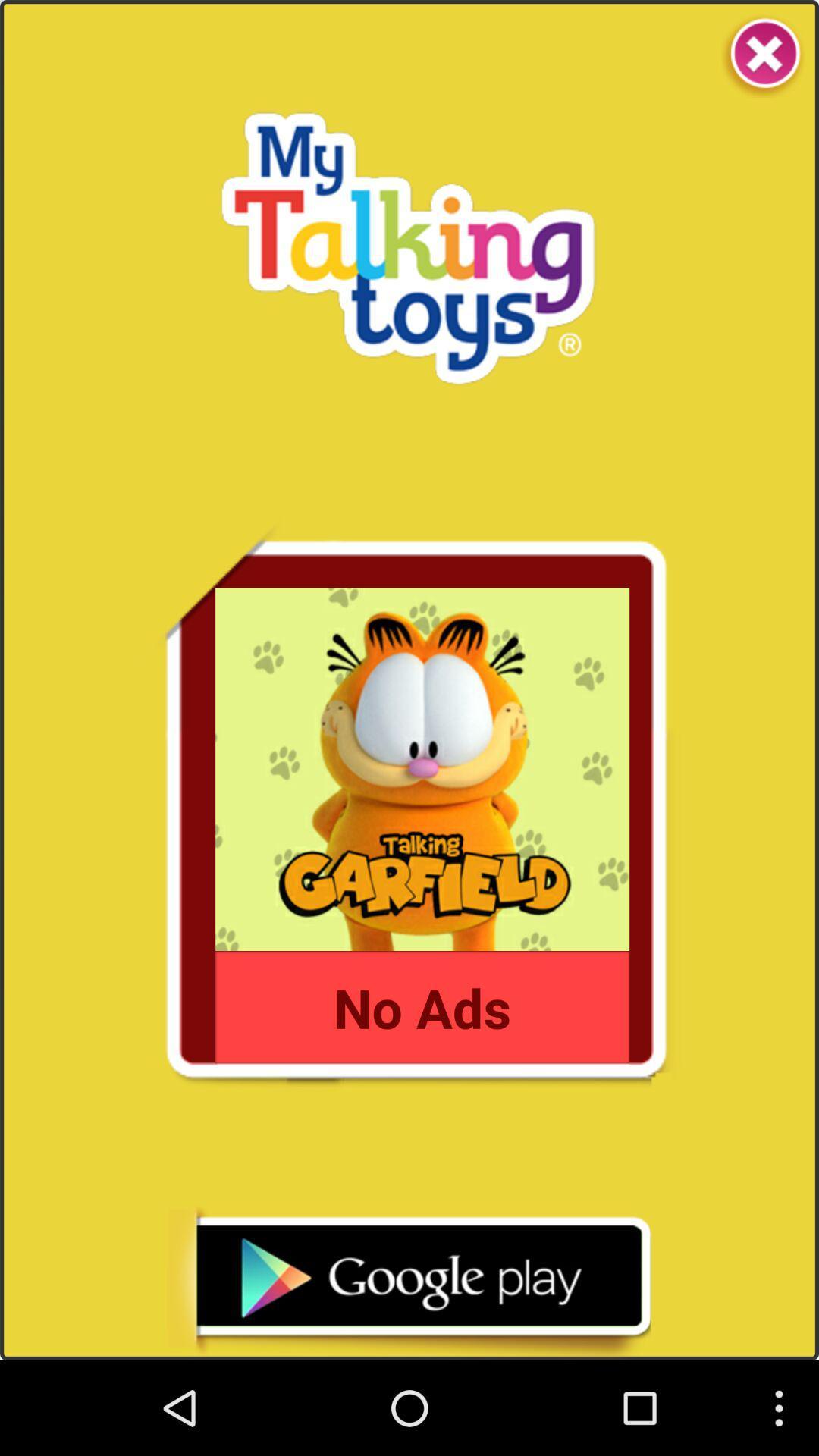 The width and height of the screenshot is (819, 1456). What do you see at coordinates (408, 1282) in the screenshot?
I see `google play app` at bounding box center [408, 1282].